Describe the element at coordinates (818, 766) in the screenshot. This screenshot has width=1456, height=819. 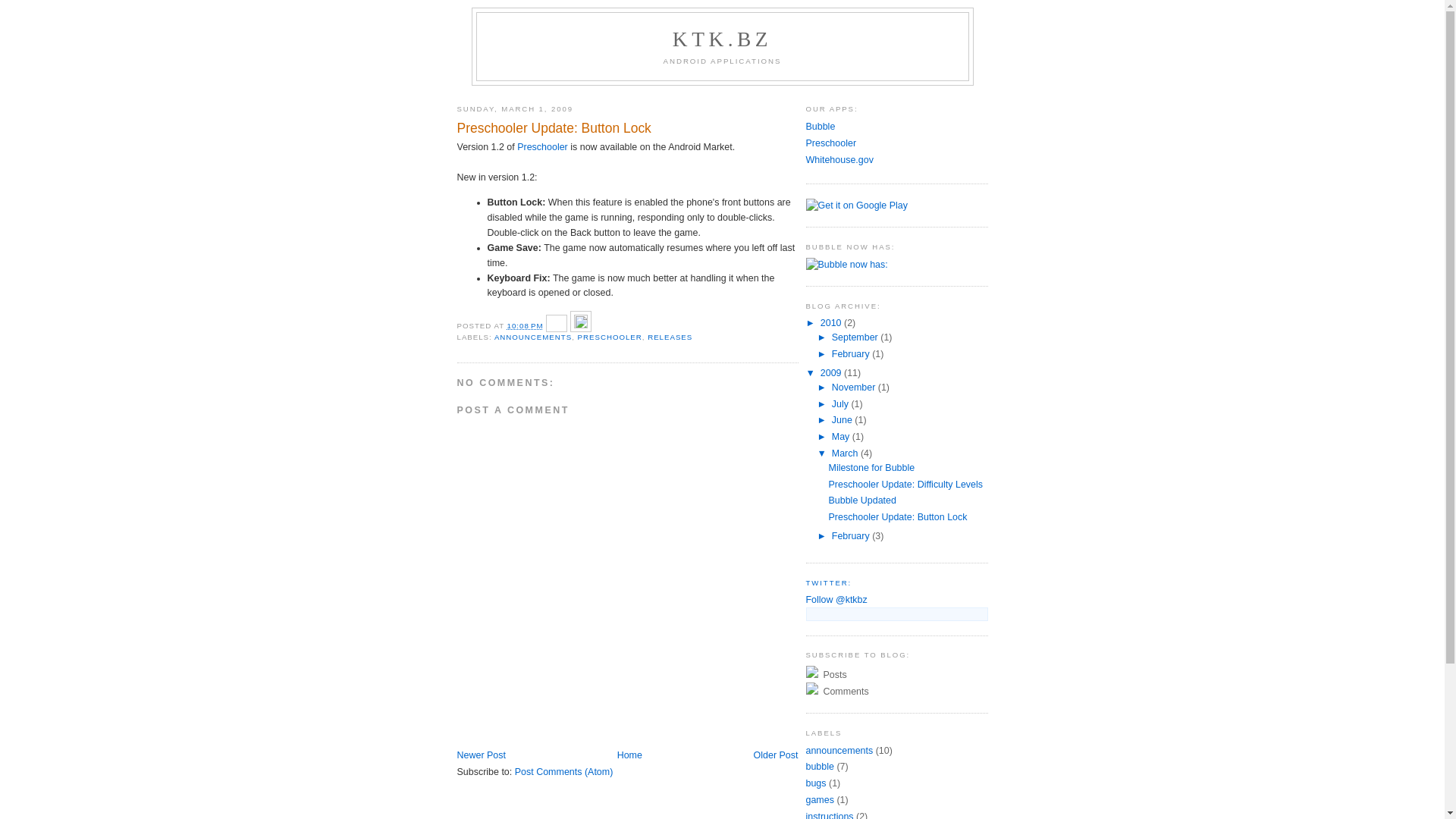
I see `'bubble'` at that location.